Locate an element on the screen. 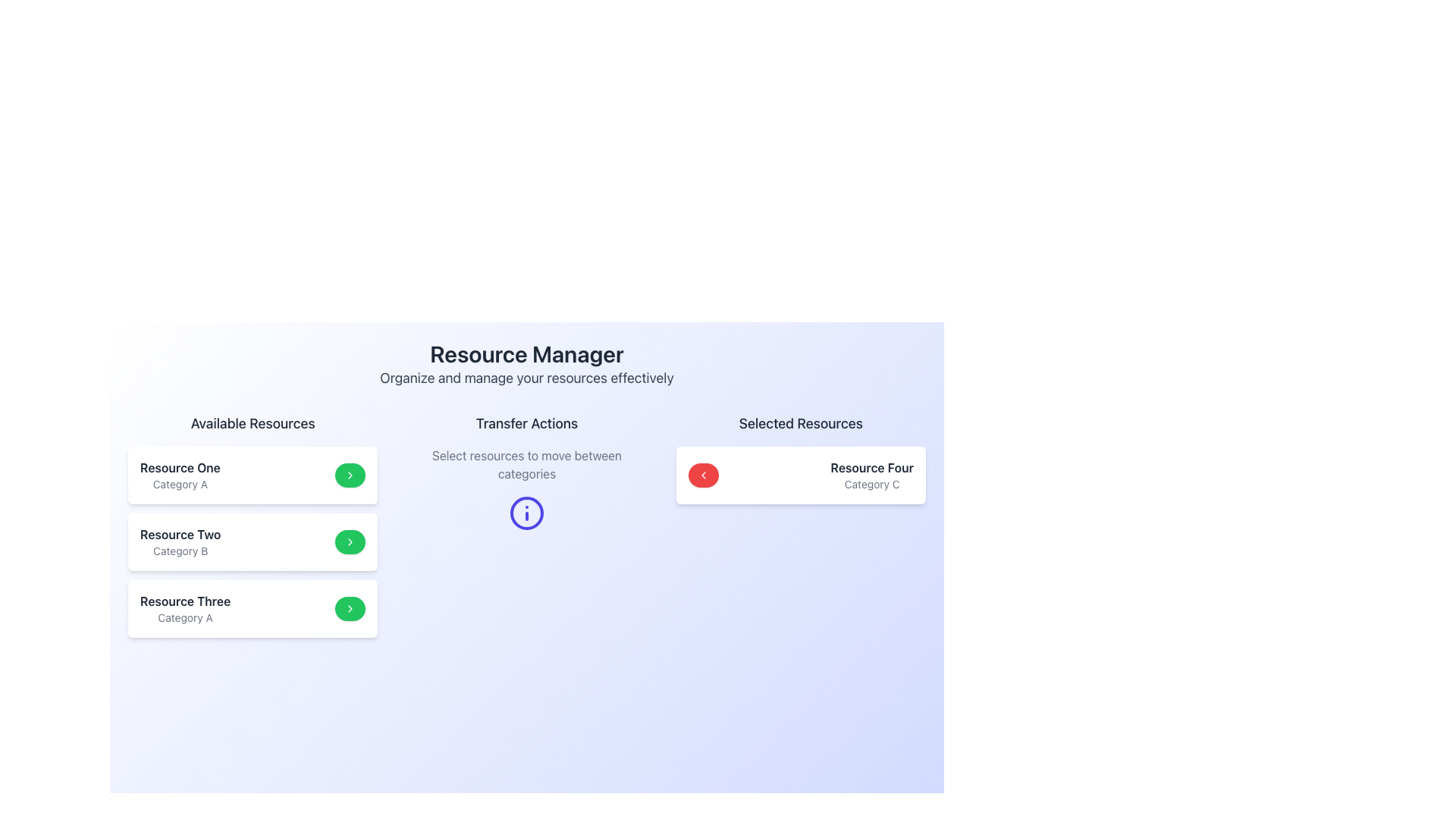  the text label that specifies the name of a resource, located under 'Available Resources' as the third item in the vertical list is located at coordinates (184, 601).